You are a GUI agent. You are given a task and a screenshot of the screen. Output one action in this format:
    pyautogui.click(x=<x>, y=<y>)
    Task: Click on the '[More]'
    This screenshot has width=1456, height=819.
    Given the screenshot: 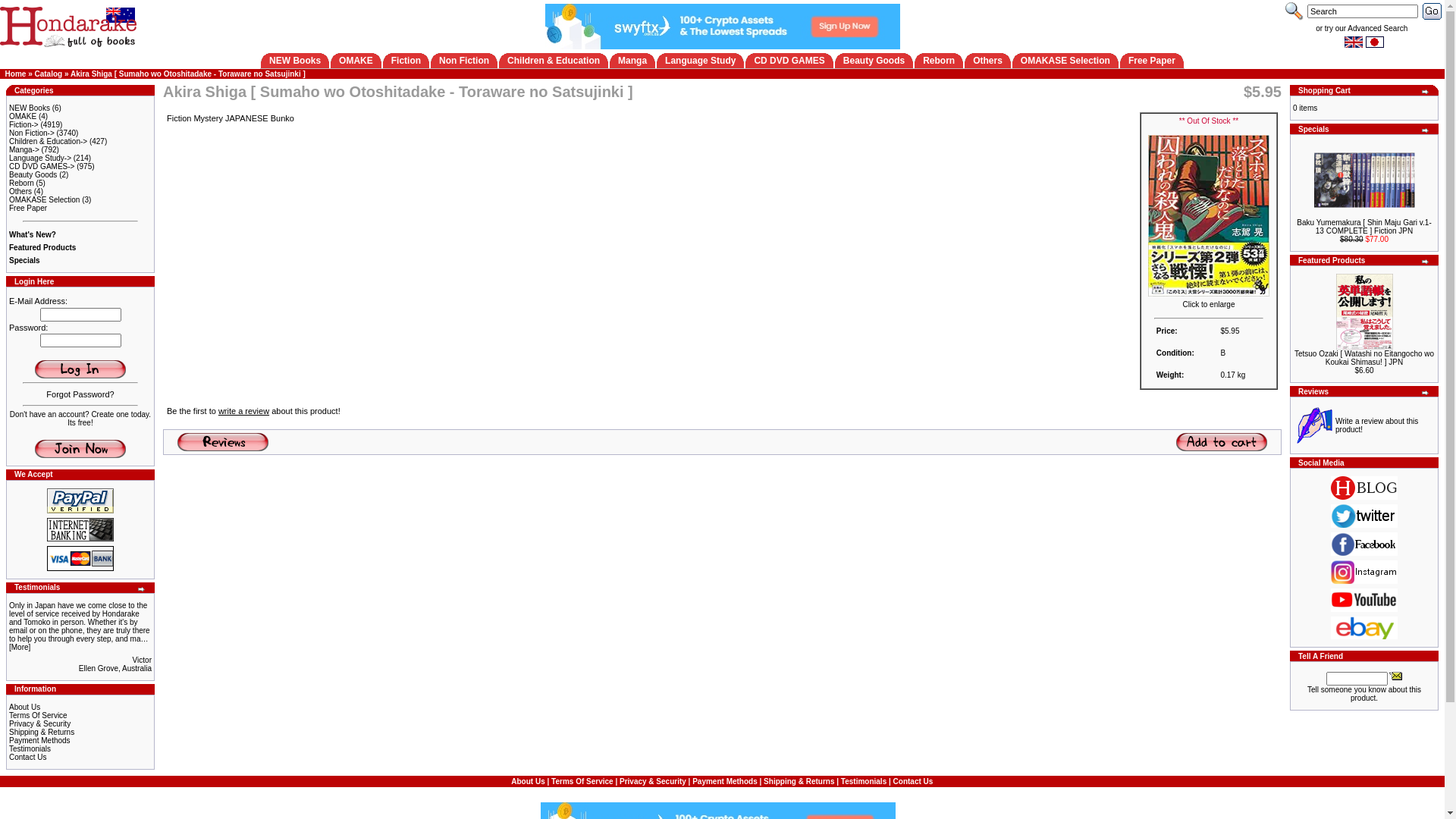 What is the action you would take?
    pyautogui.click(x=19, y=647)
    